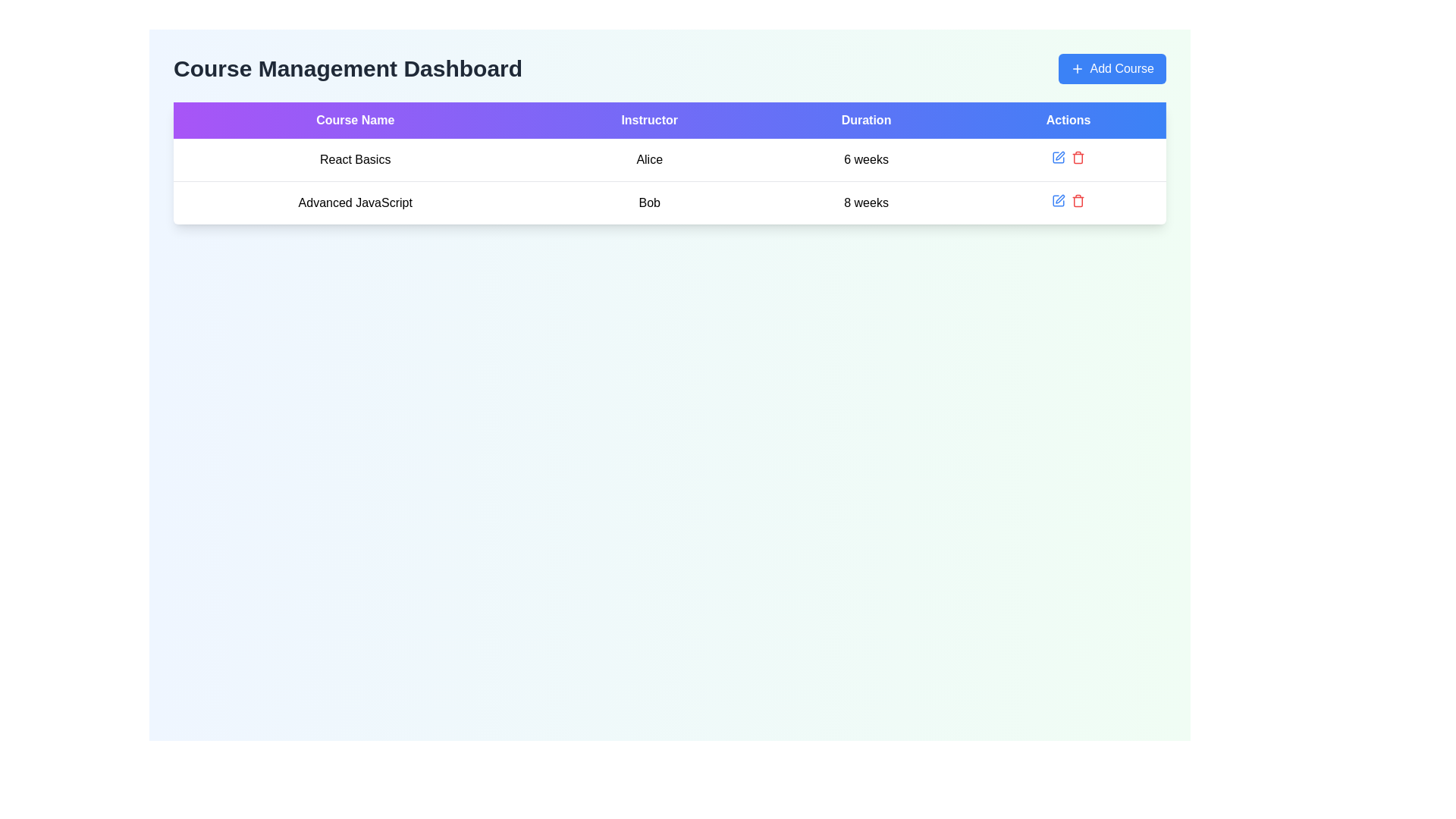 Image resolution: width=1456 pixels, height=819 pixels. I want to click on the delete icon for the 'Advanced JavaScript' course, which is the second action icon in the 'Actions' column of the last row, so click(1077, 200).